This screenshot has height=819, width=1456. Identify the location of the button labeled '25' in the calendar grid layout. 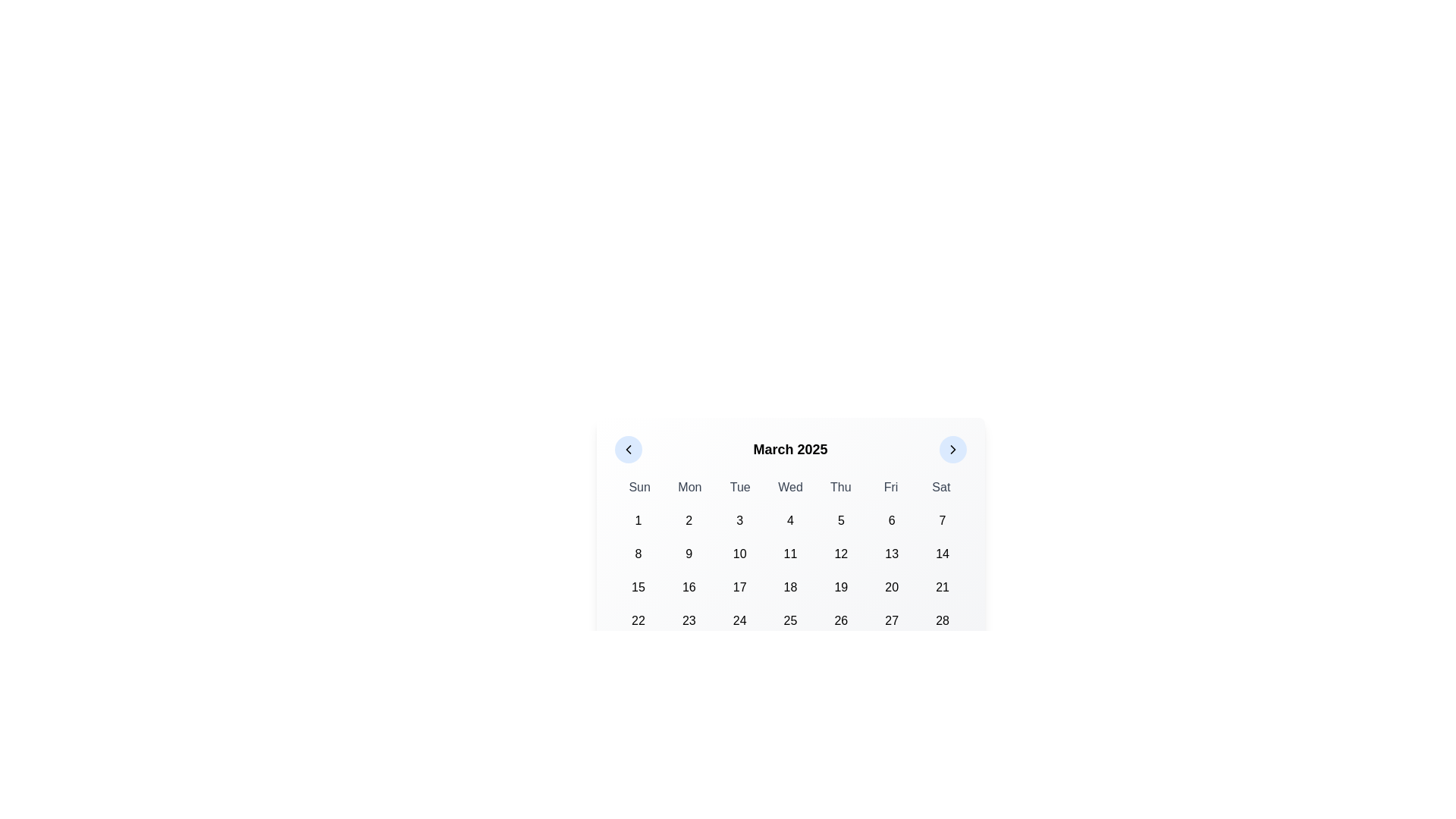
(789, 620).